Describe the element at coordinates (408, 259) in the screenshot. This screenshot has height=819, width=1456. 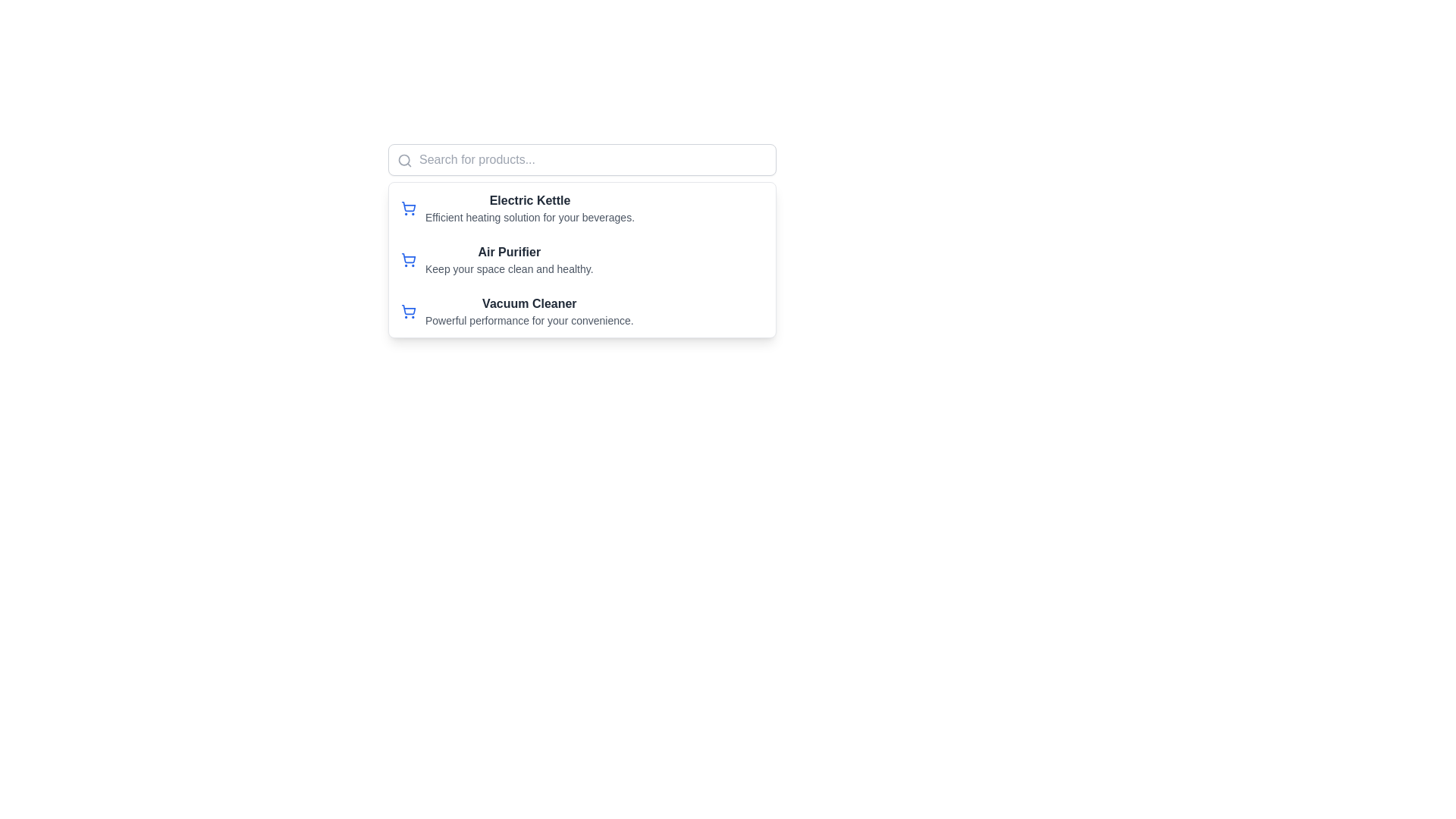
I see `the shopping cart SVG icon located to the left of the 'Air Purifier' text` at that location.